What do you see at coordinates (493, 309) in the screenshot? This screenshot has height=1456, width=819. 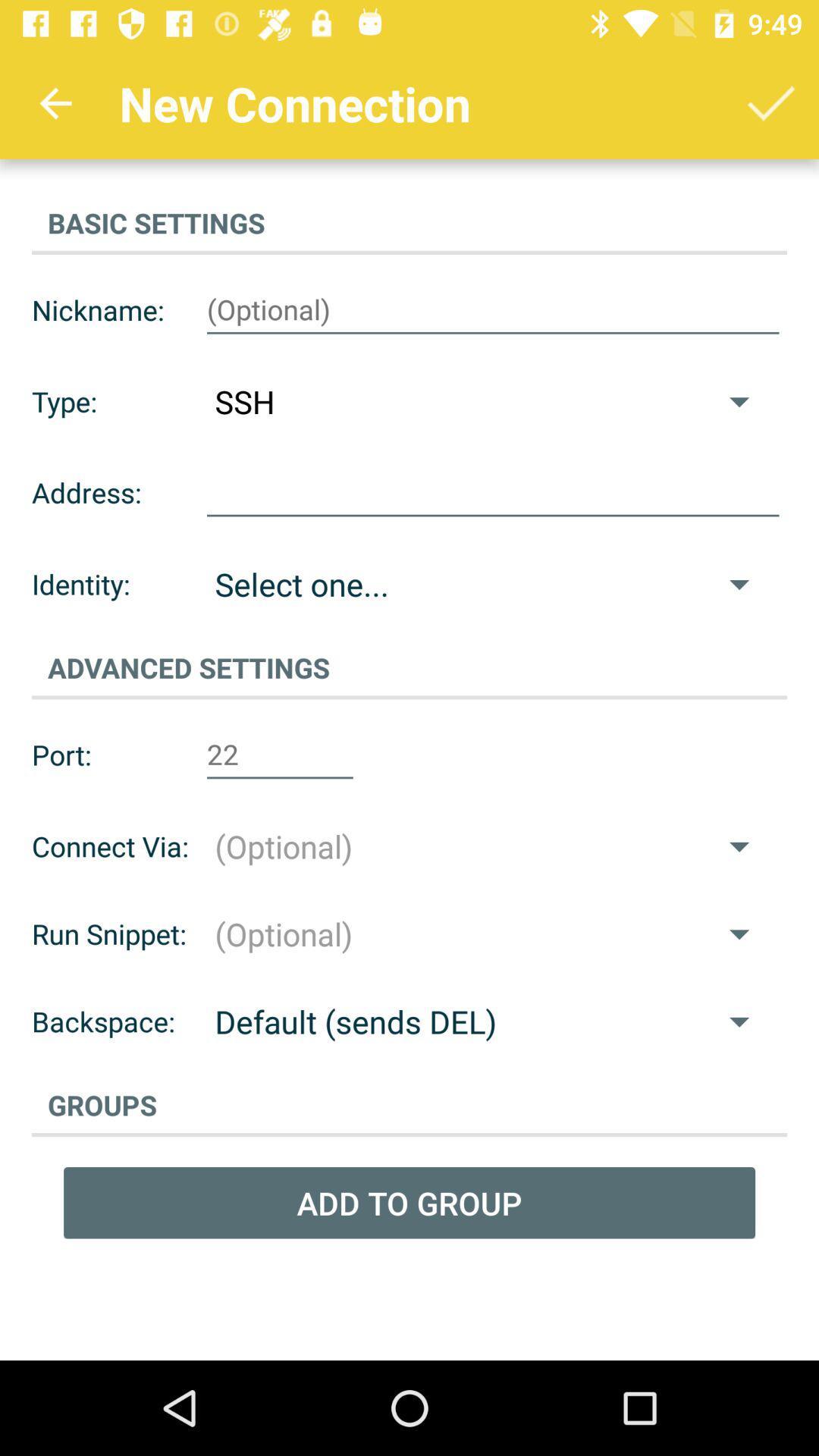 I see `optional nickname` at bounding box center [493, 309].